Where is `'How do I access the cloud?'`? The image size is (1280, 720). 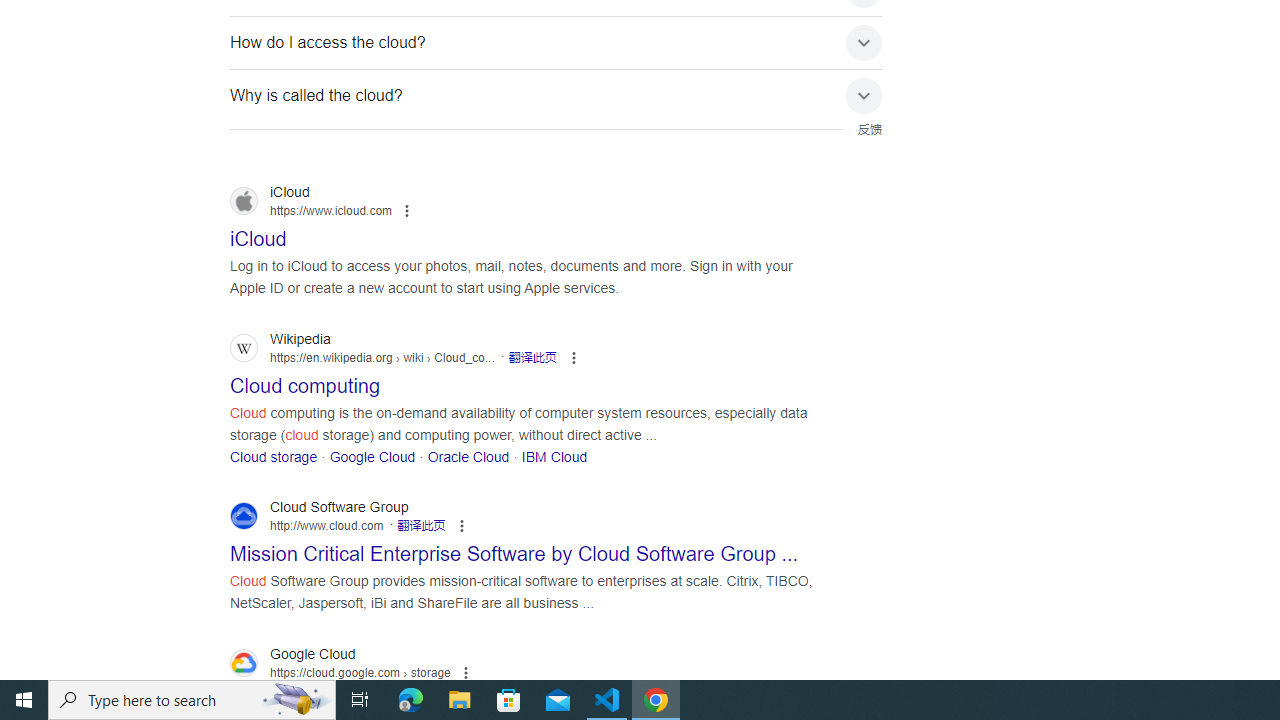
'How do I access the cloud?' is located at coordinates (556, 42).